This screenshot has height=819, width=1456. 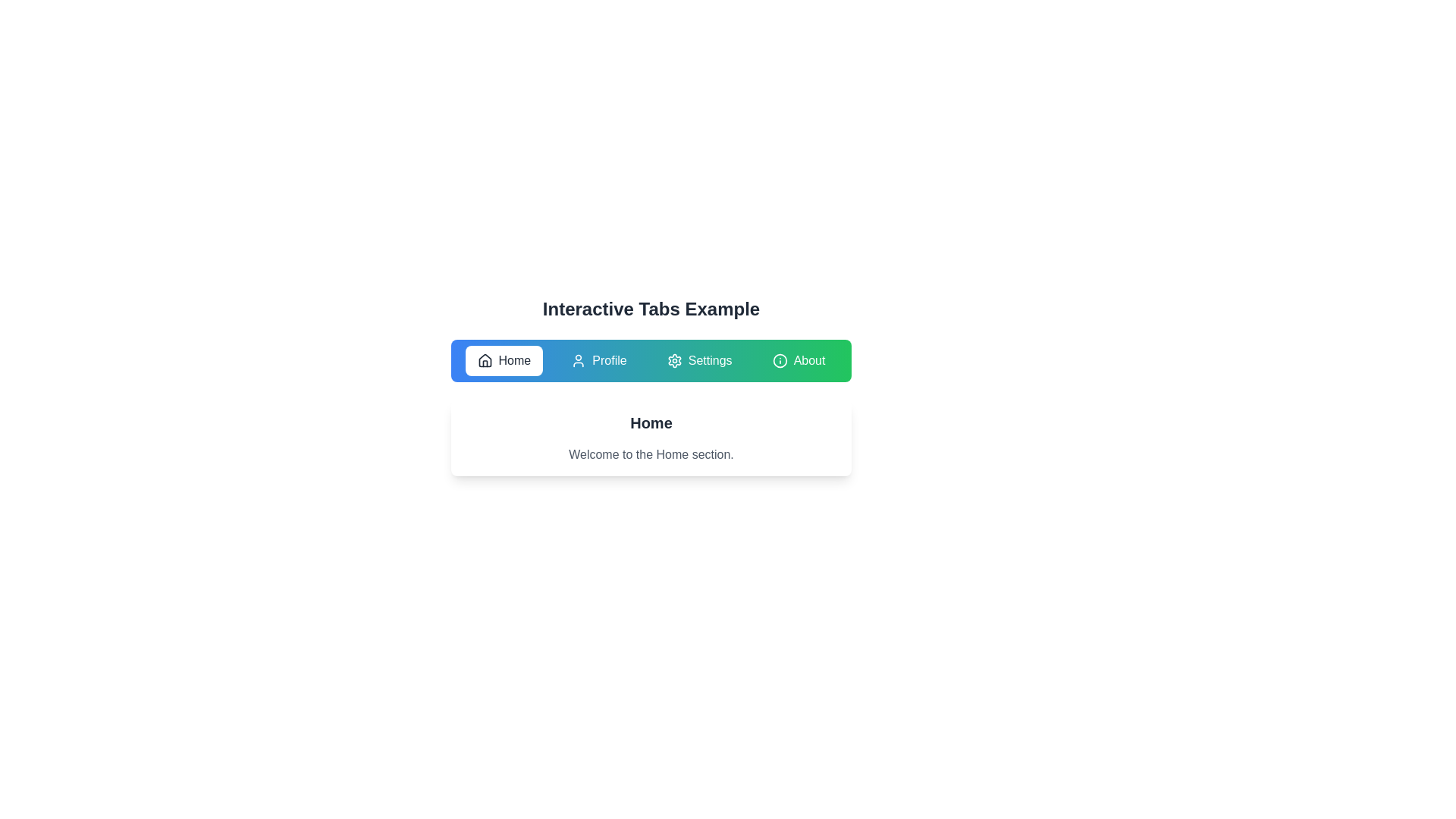 What do you see at coordinates (598, 360) in the screenshot?
I see `the tab labeled Profile to observe its hover effect` at bounding box center [598, 360].